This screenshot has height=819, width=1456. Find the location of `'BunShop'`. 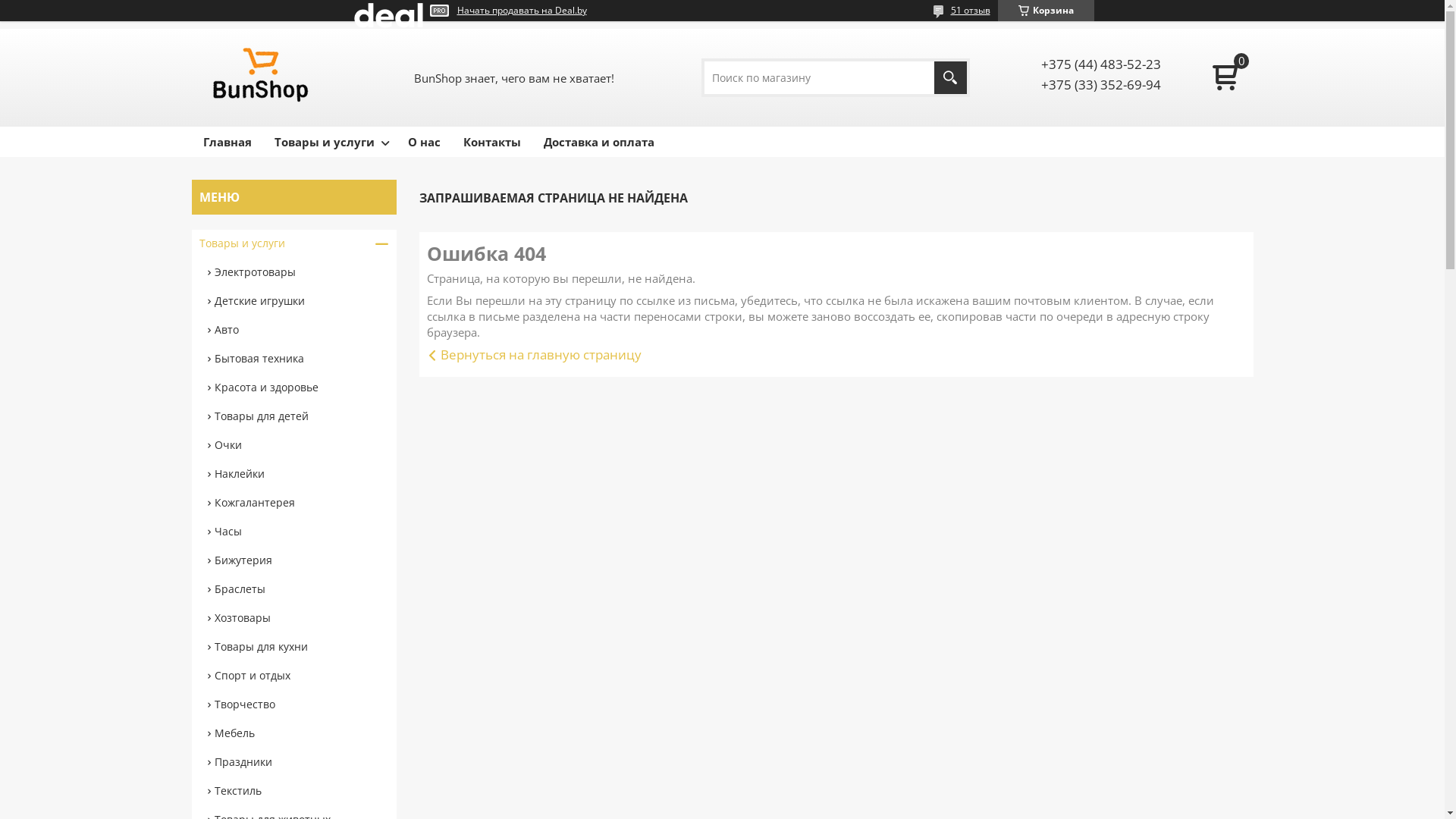

'BunShop' is located at coordinates (262, 77).